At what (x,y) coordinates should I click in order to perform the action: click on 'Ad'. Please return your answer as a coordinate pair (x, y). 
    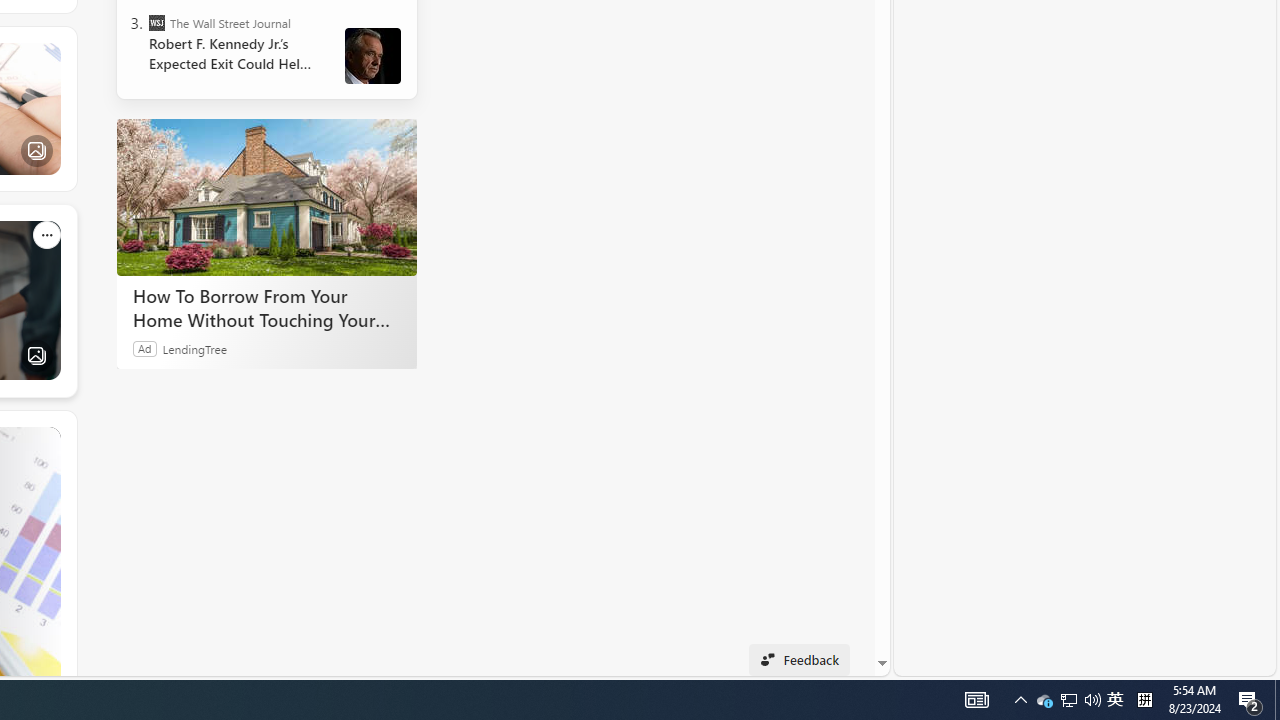
    Looking at the image, I should click on (144, 347).